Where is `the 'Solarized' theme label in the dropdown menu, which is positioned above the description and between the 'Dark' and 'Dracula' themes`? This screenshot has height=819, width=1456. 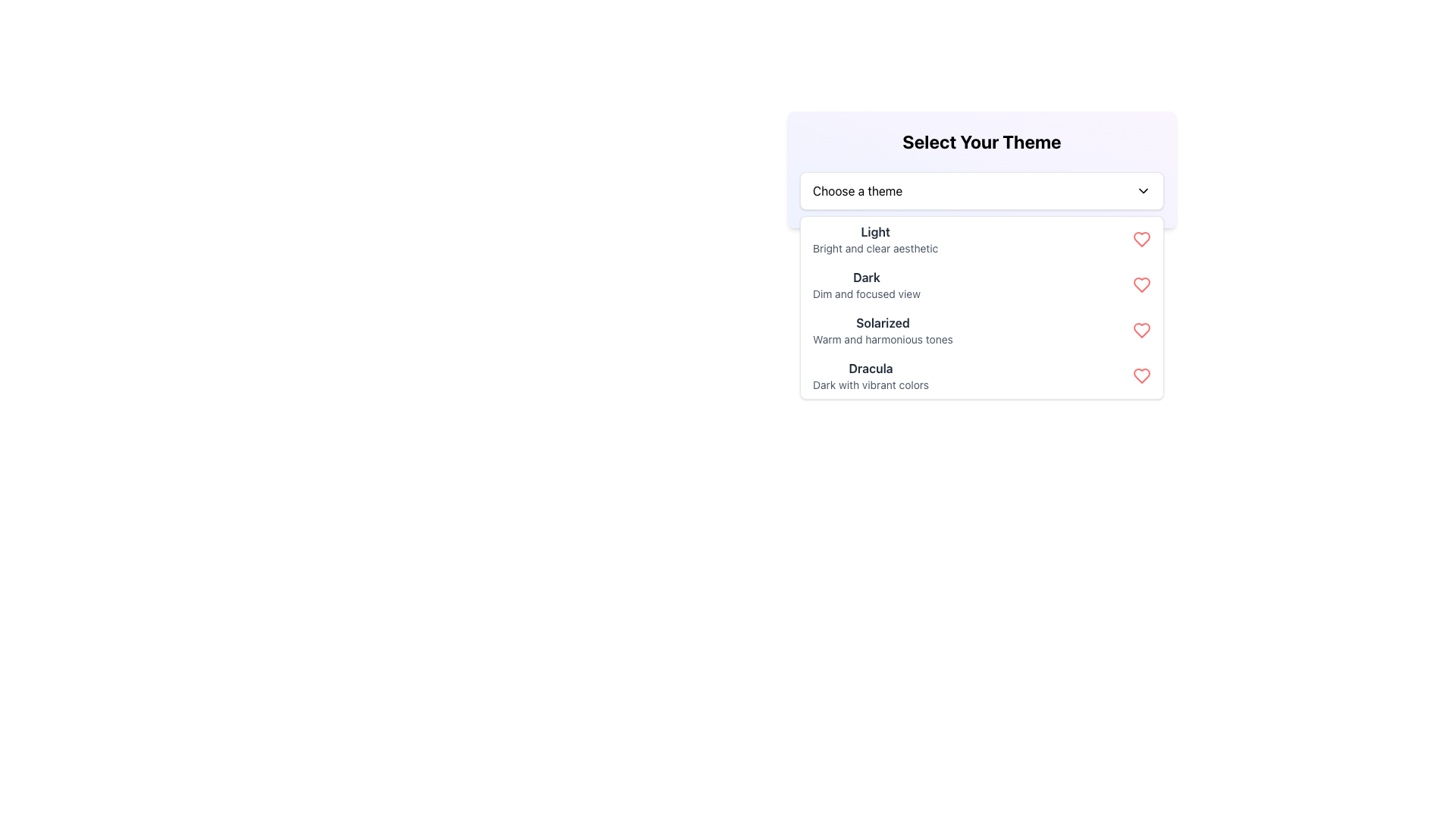
the 'Solarized' theme label in the dropdown menu, which is positioned above the description and between the 'Dark' and 'Dracula' themes is located at coordinates (883, 322).